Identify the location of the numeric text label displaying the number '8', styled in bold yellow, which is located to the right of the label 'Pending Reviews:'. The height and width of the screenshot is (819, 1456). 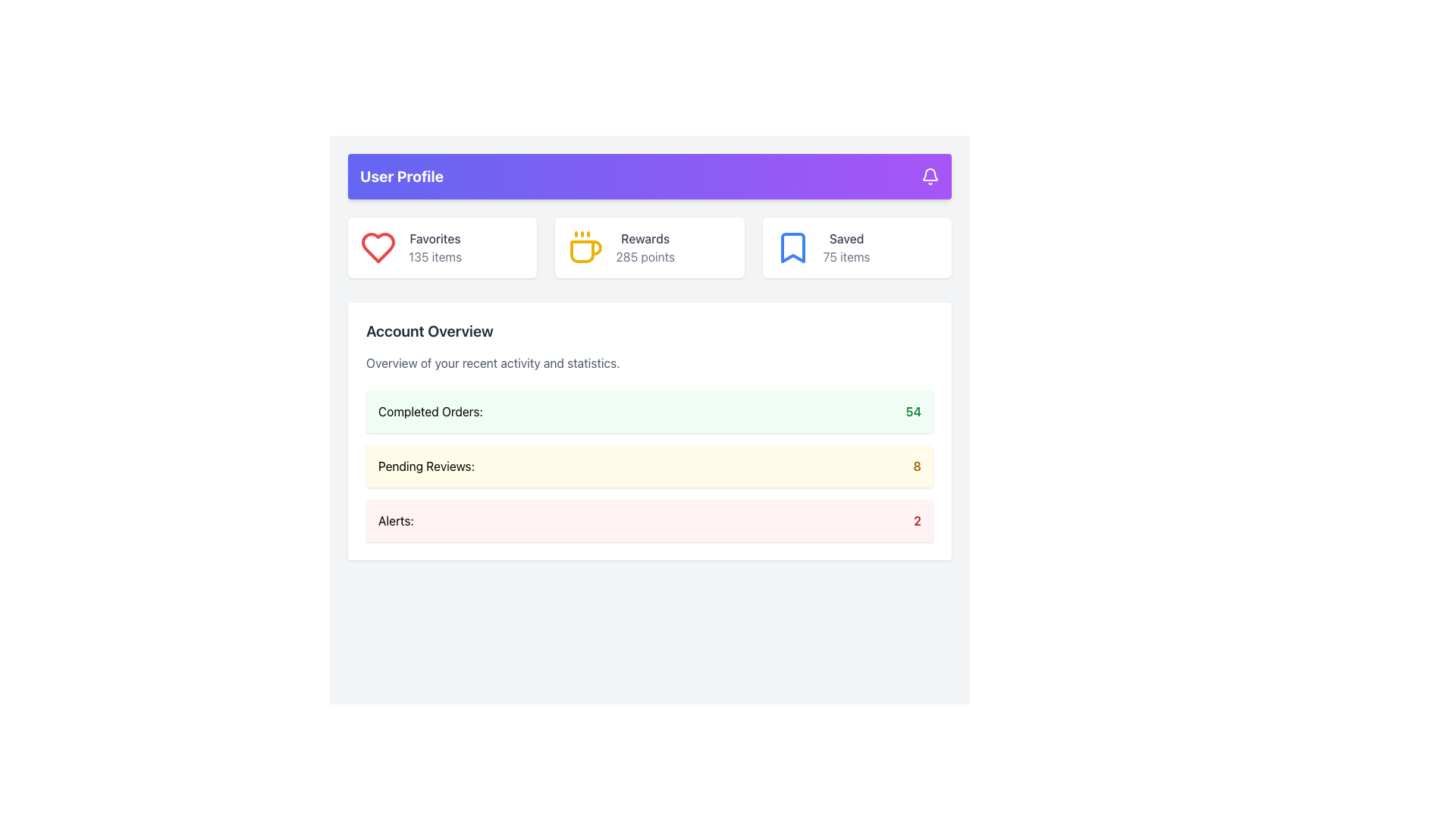
(916, 465).